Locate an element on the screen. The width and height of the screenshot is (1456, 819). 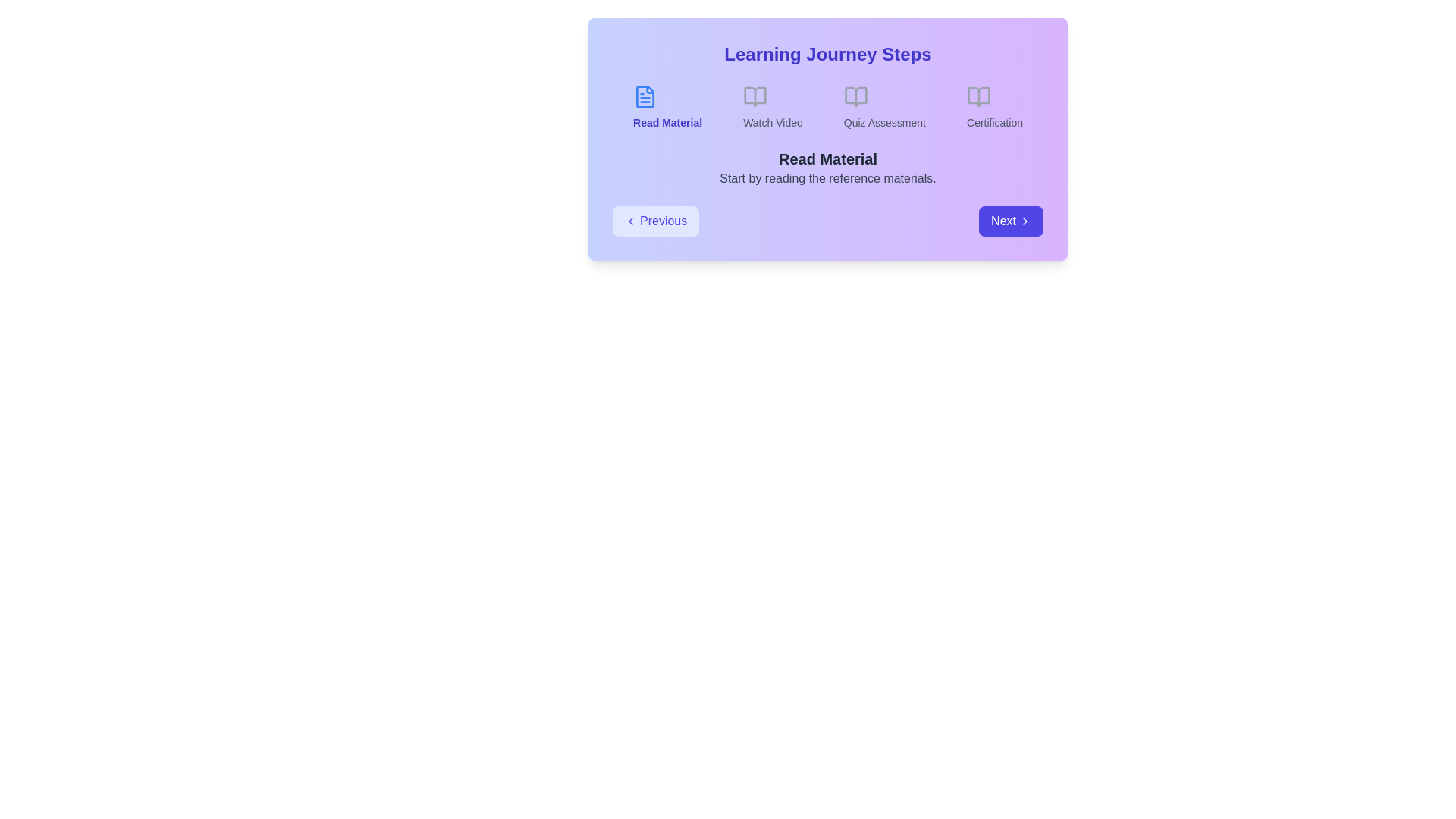
the 'Quiz Assessment' icon, which is the second icon in the horizontal array of four under the 'Learning Journey Steps' title is located at coordinates (855, 96).